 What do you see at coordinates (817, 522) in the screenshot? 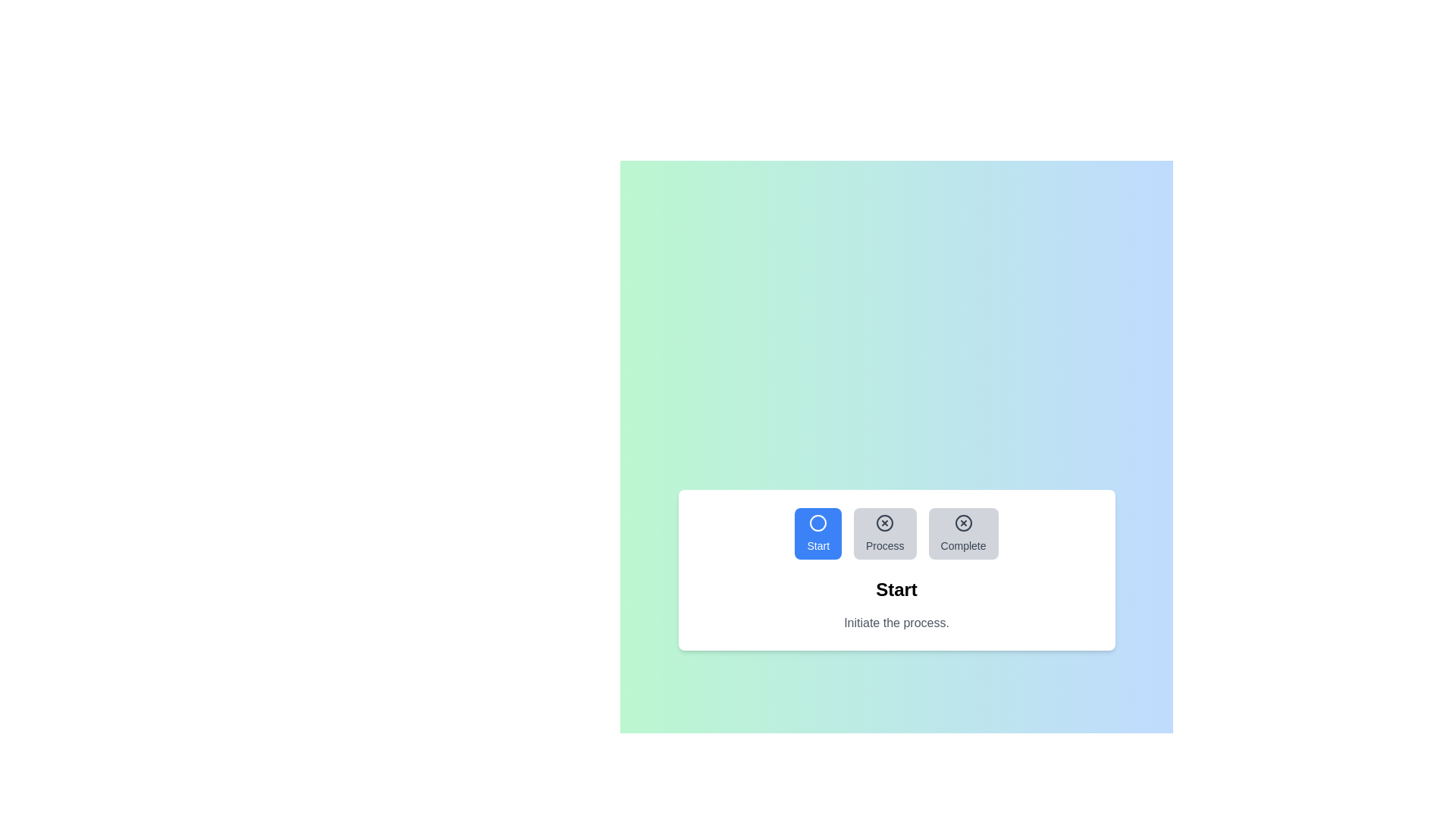
I see `the circular icon located` at bounding box center [817, 522].